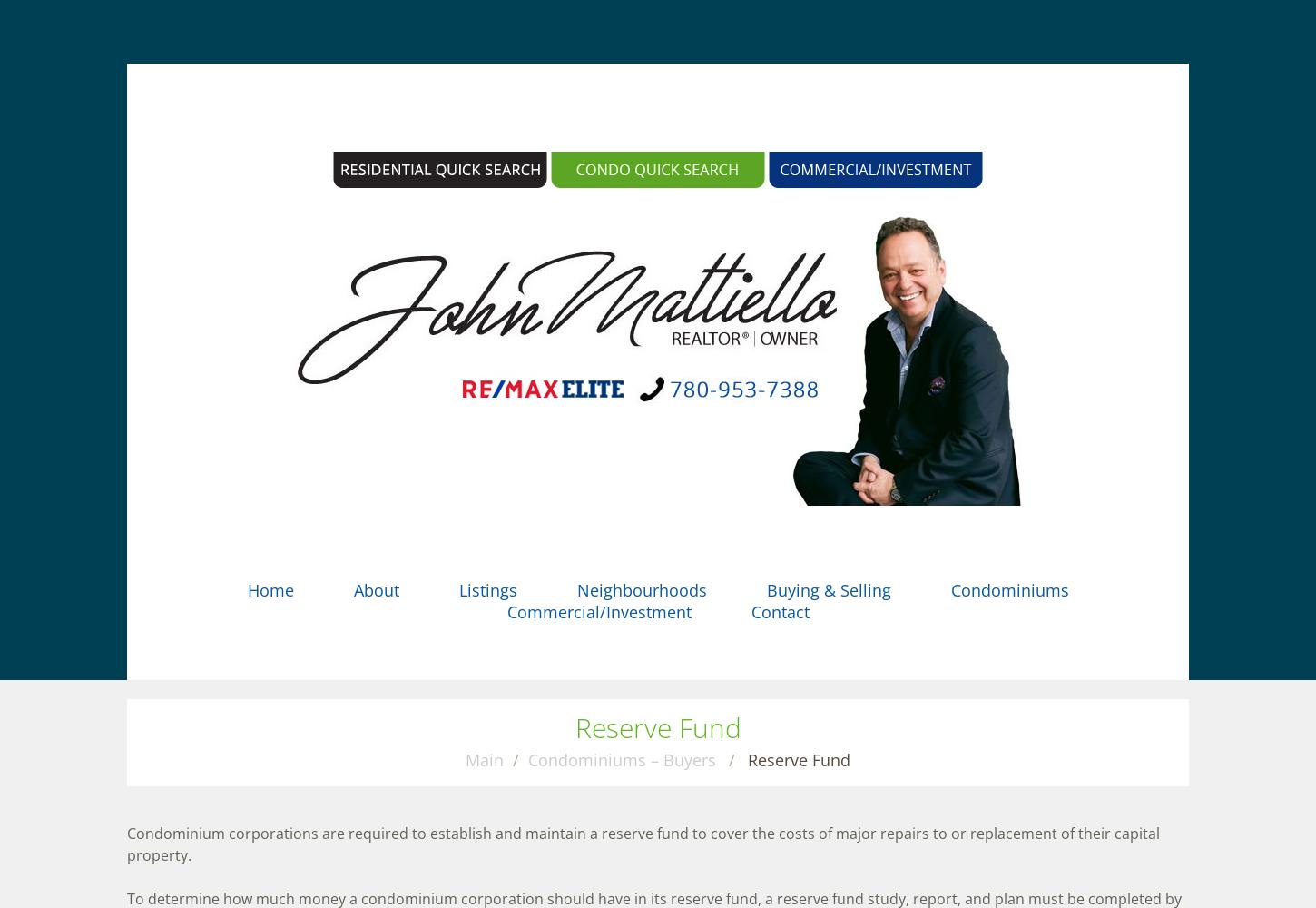  I want to click on 'About', so click(352, 590).